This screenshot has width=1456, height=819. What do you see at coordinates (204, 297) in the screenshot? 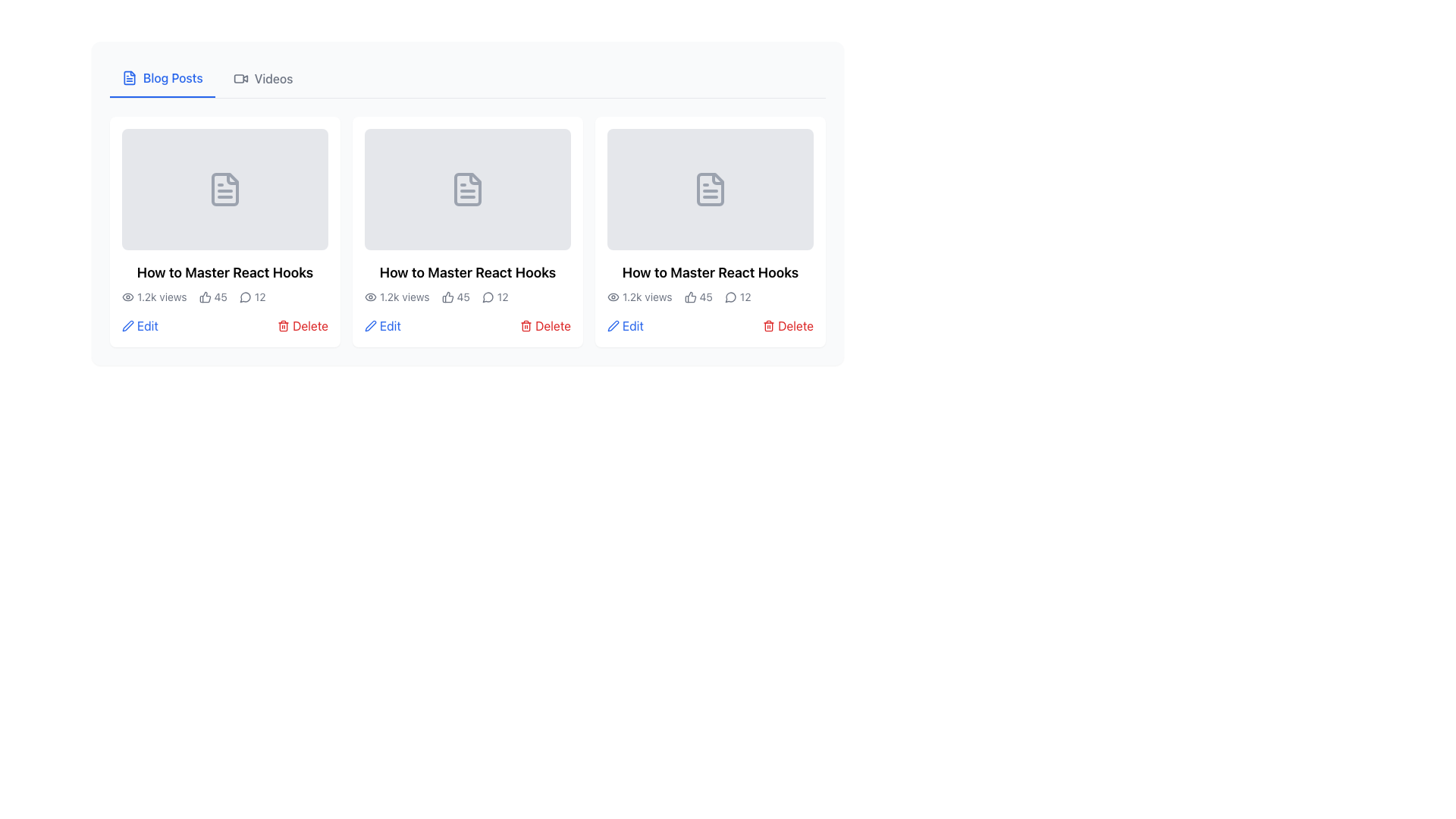
I see `the thumbs-up icon button, which is styled with a black outline and positioned between the 'views' icon and the 'comments' icon in the metadata section below the post title` at bounding box center [204, 297].